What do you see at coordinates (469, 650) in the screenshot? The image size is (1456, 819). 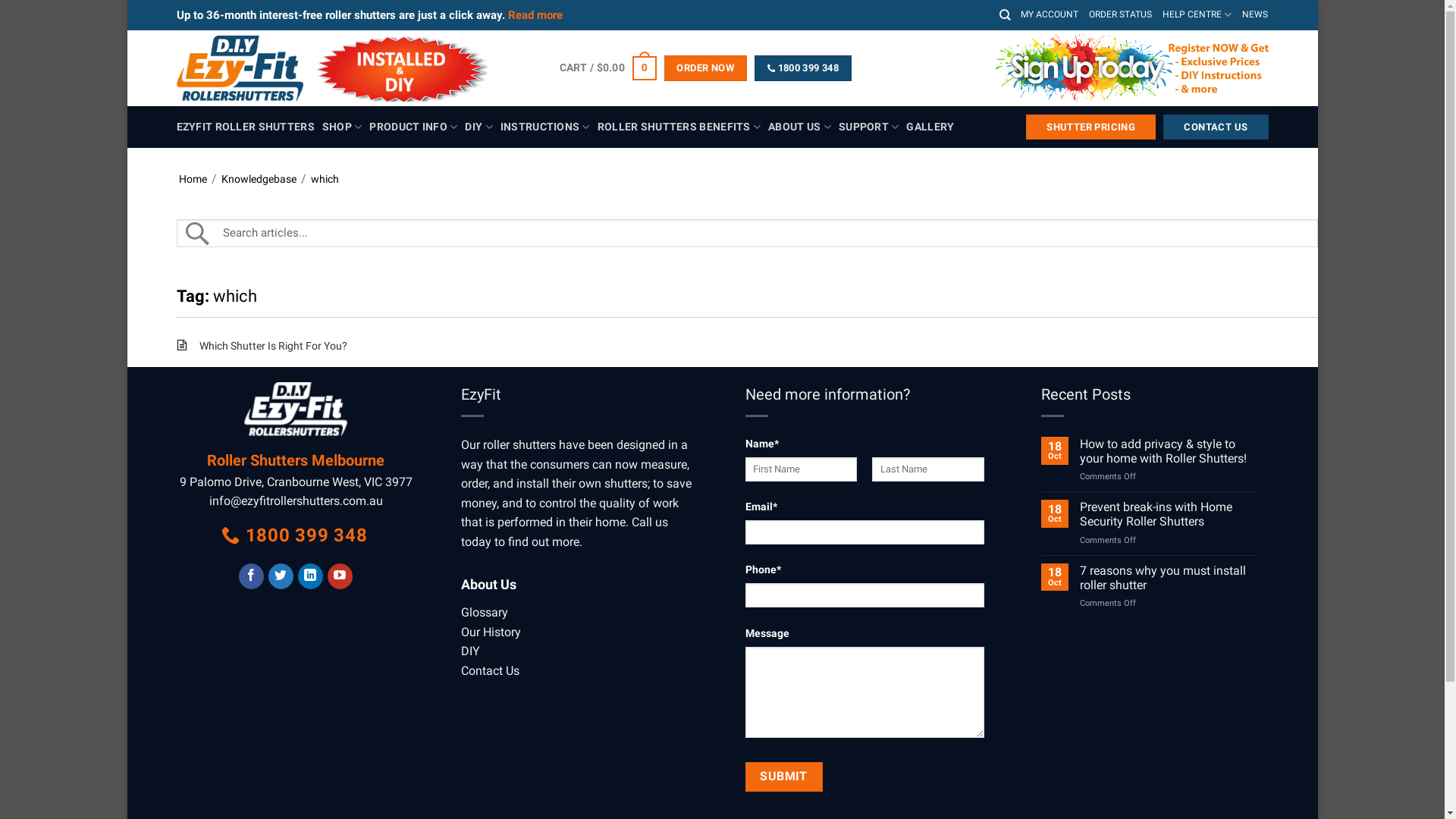 I see `'DIY'` at bounding box center [469, 650].